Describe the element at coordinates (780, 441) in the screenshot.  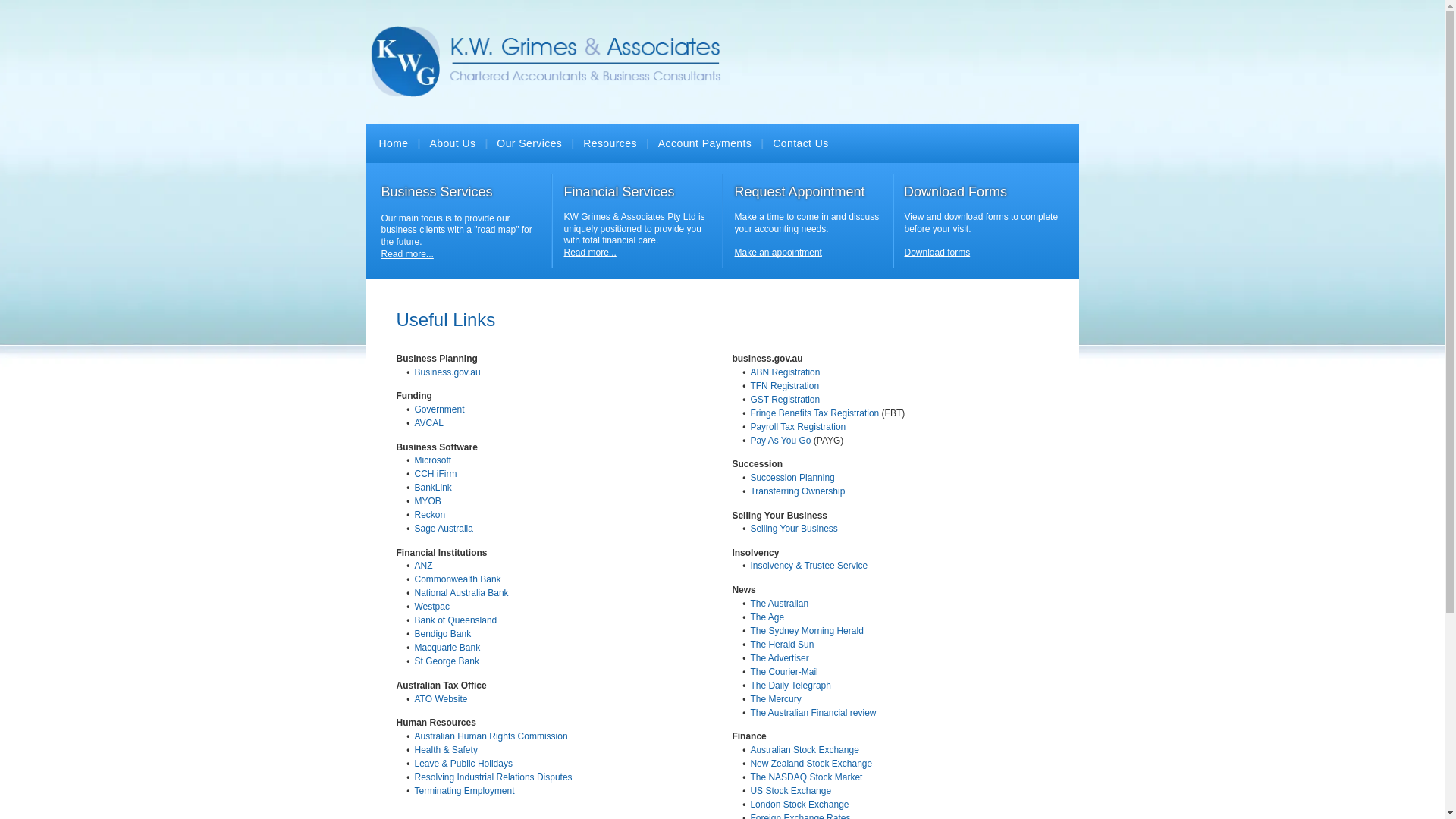
I see `'Pay As You Go'` at that location.